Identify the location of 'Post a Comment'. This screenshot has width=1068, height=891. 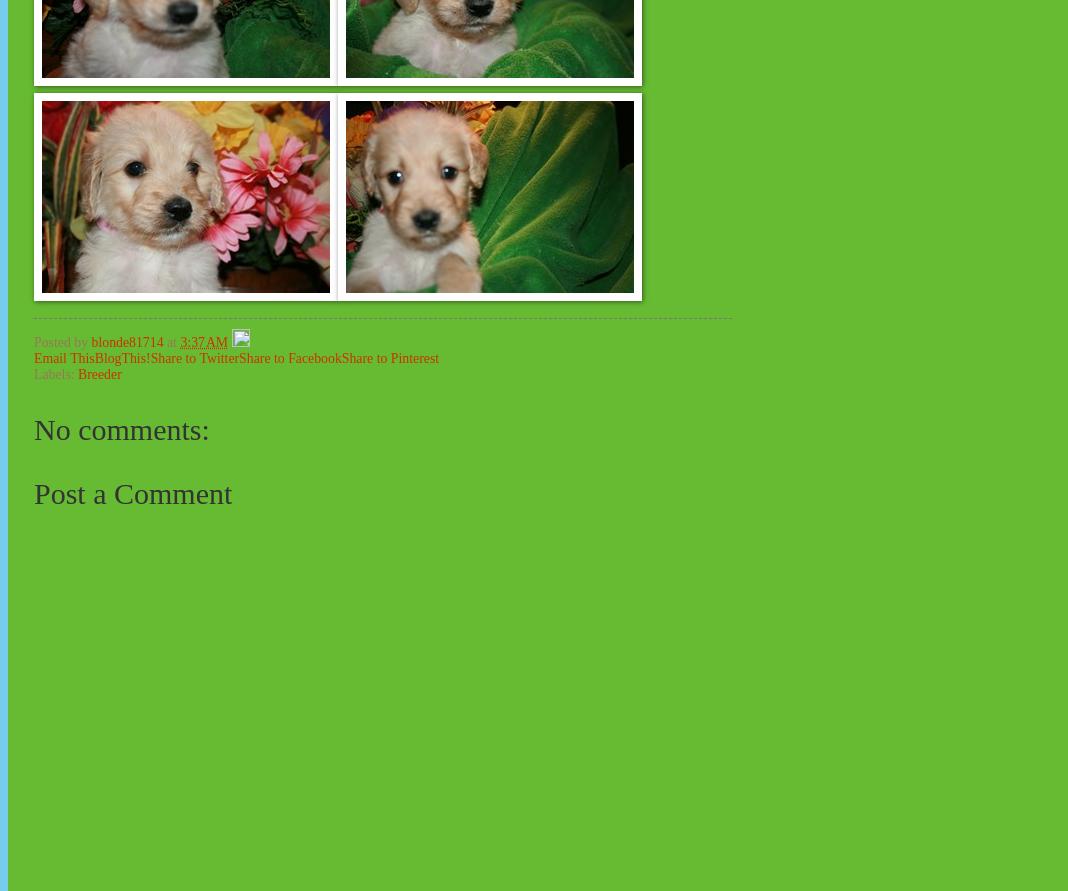
(131, 491).